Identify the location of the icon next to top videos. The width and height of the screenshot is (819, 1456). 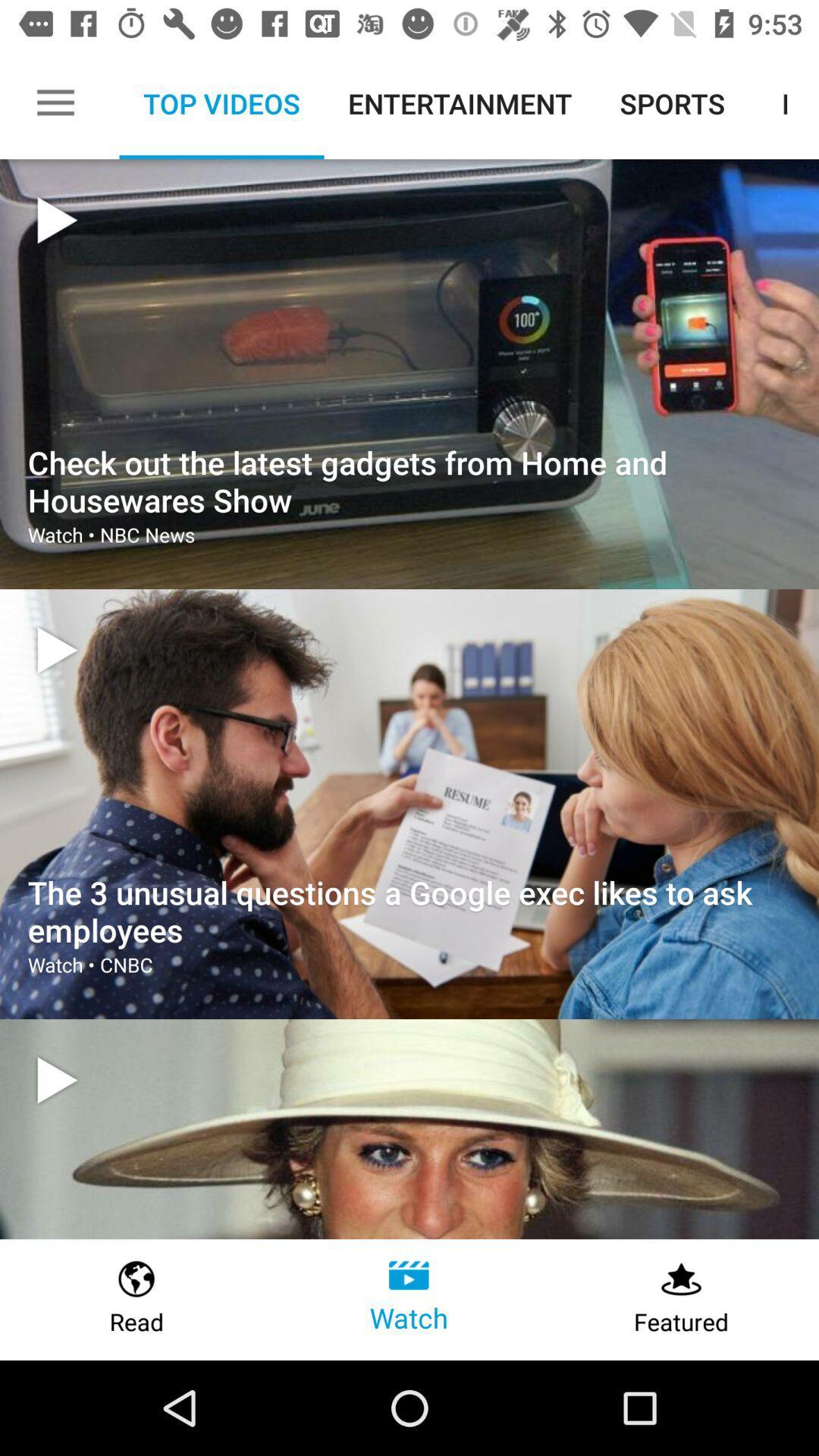
(55, 102).